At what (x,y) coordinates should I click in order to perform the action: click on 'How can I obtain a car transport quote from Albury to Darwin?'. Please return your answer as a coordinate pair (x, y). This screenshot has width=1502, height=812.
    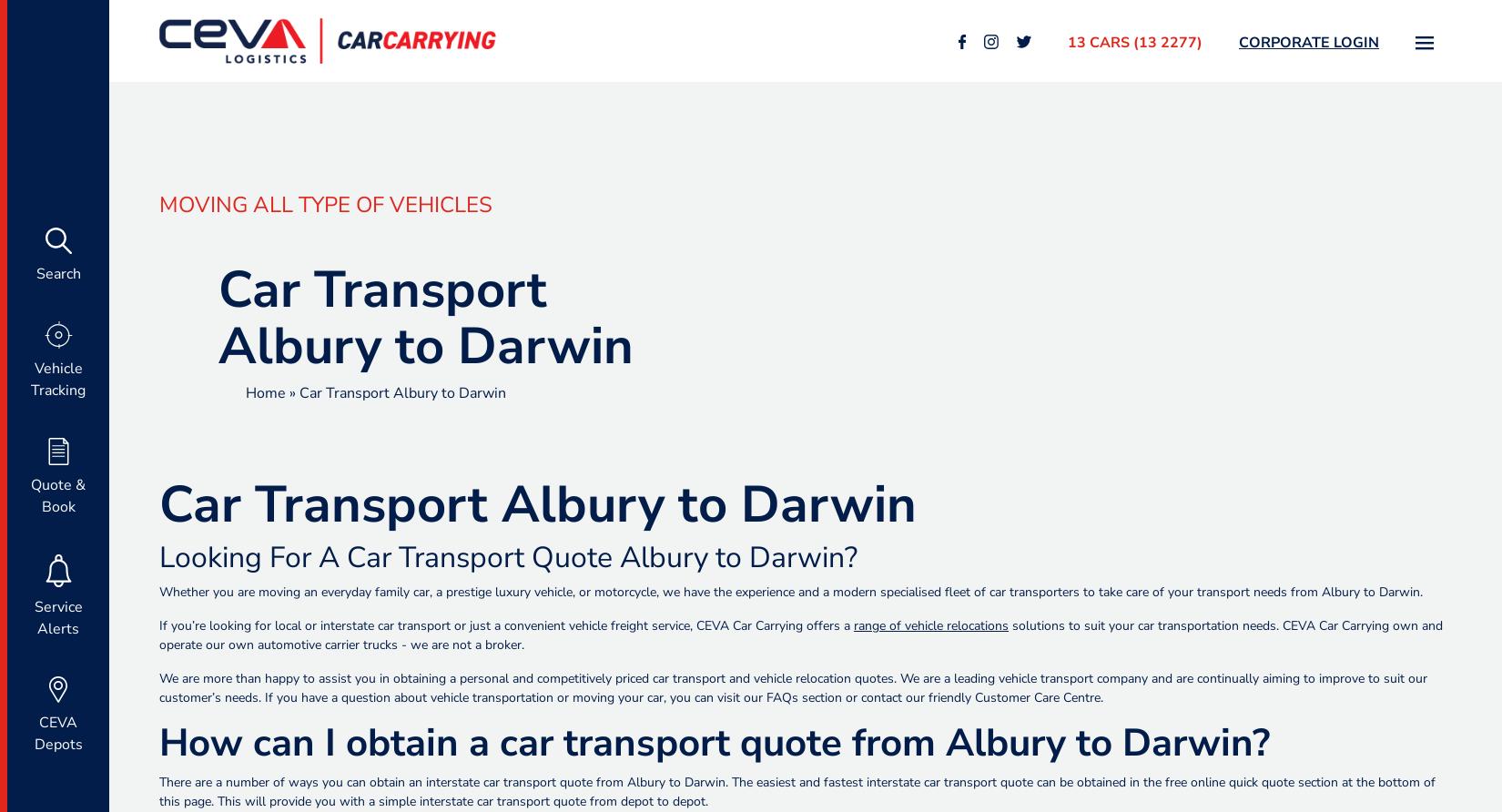
    Looking at the image, I should click on (714, 742).